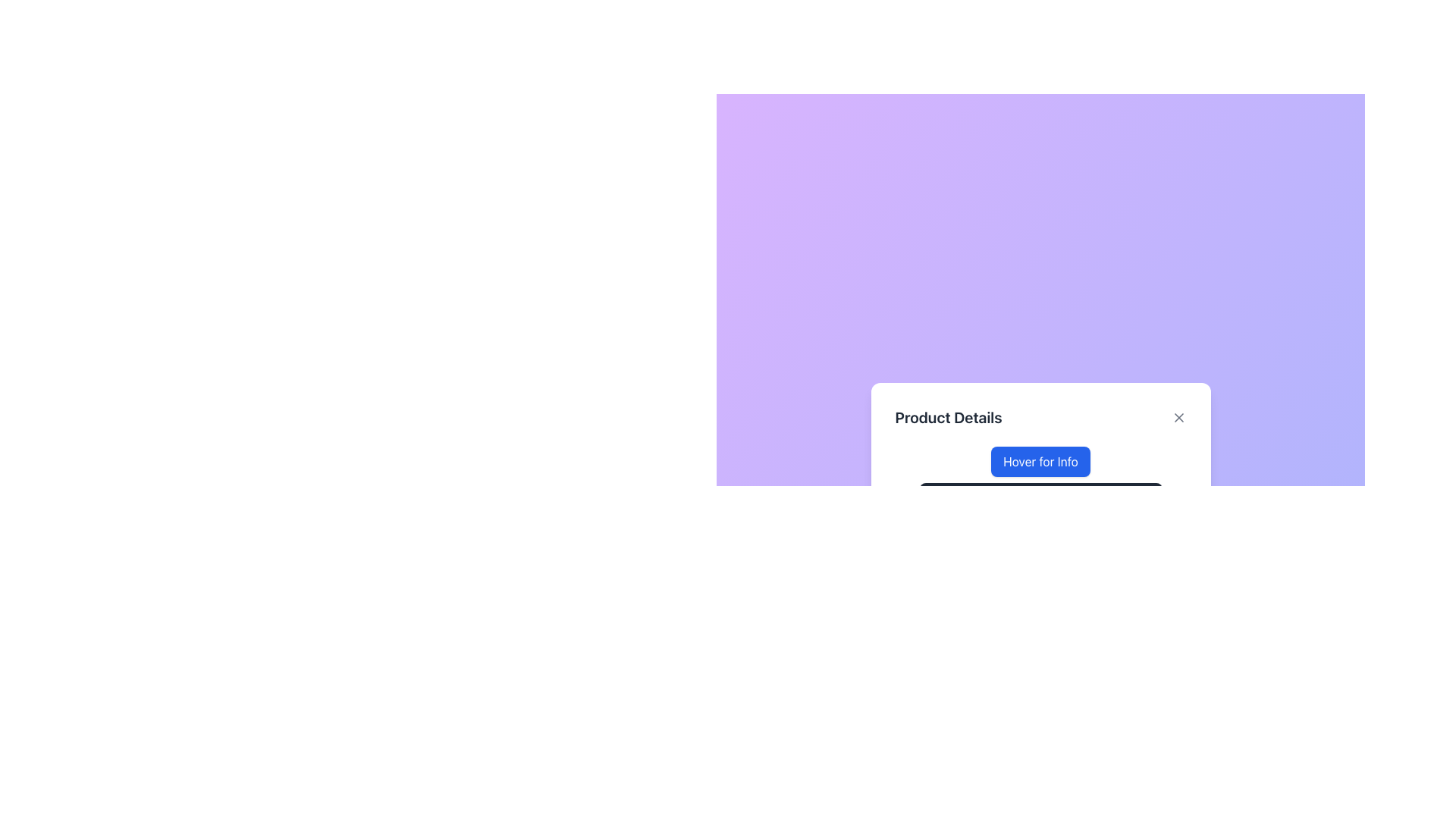 Image resolution: width=1456 pixels, height=819 pixels. I want to click on the Close Icon located in the top-right corner of the 'Product Details' card, so click(1178, 418).